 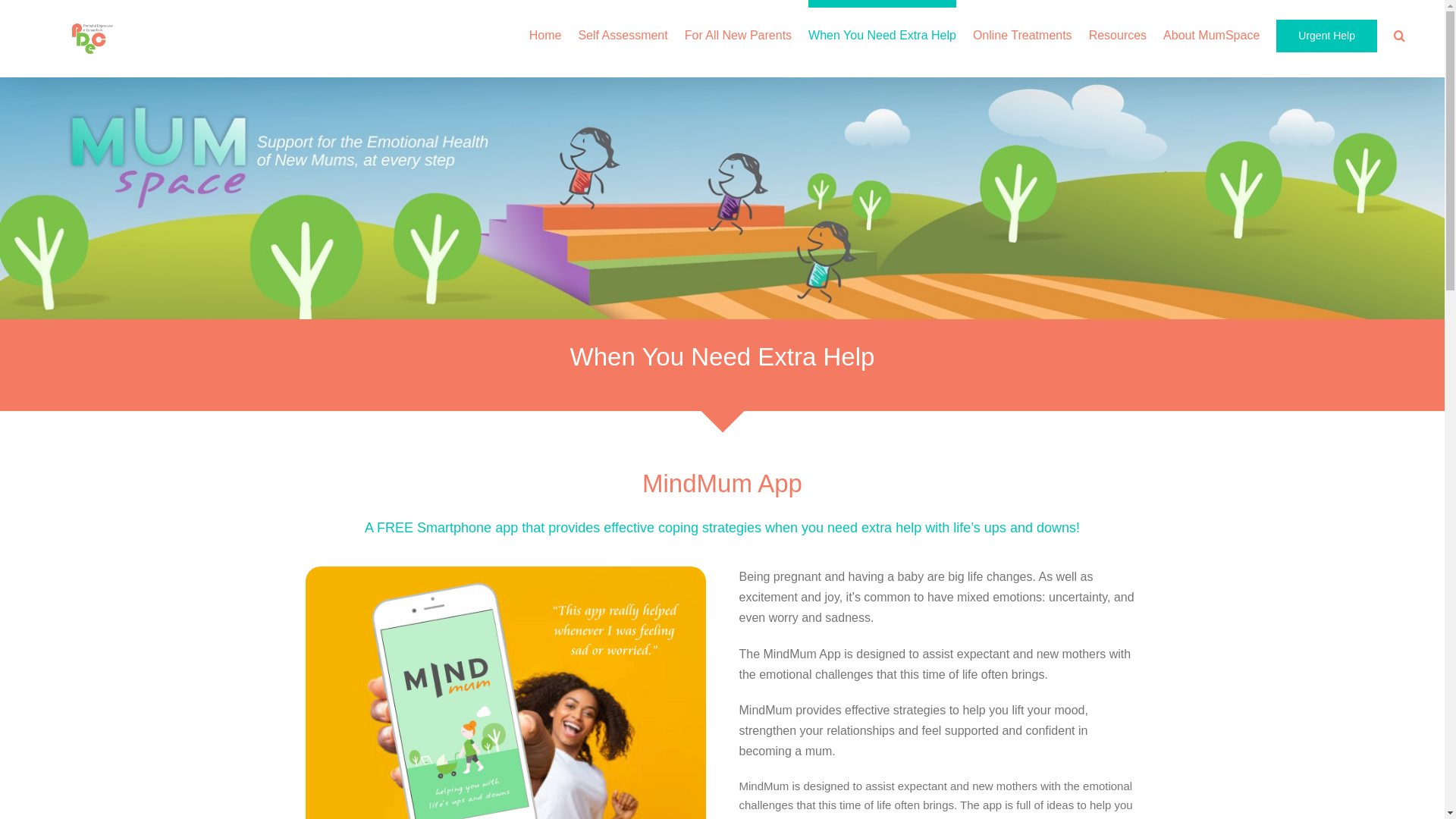 What do you see at coordinates (1210, 32) in the screenshot?
I see `'About MumSpace'` at bounding box center [1210, 32].